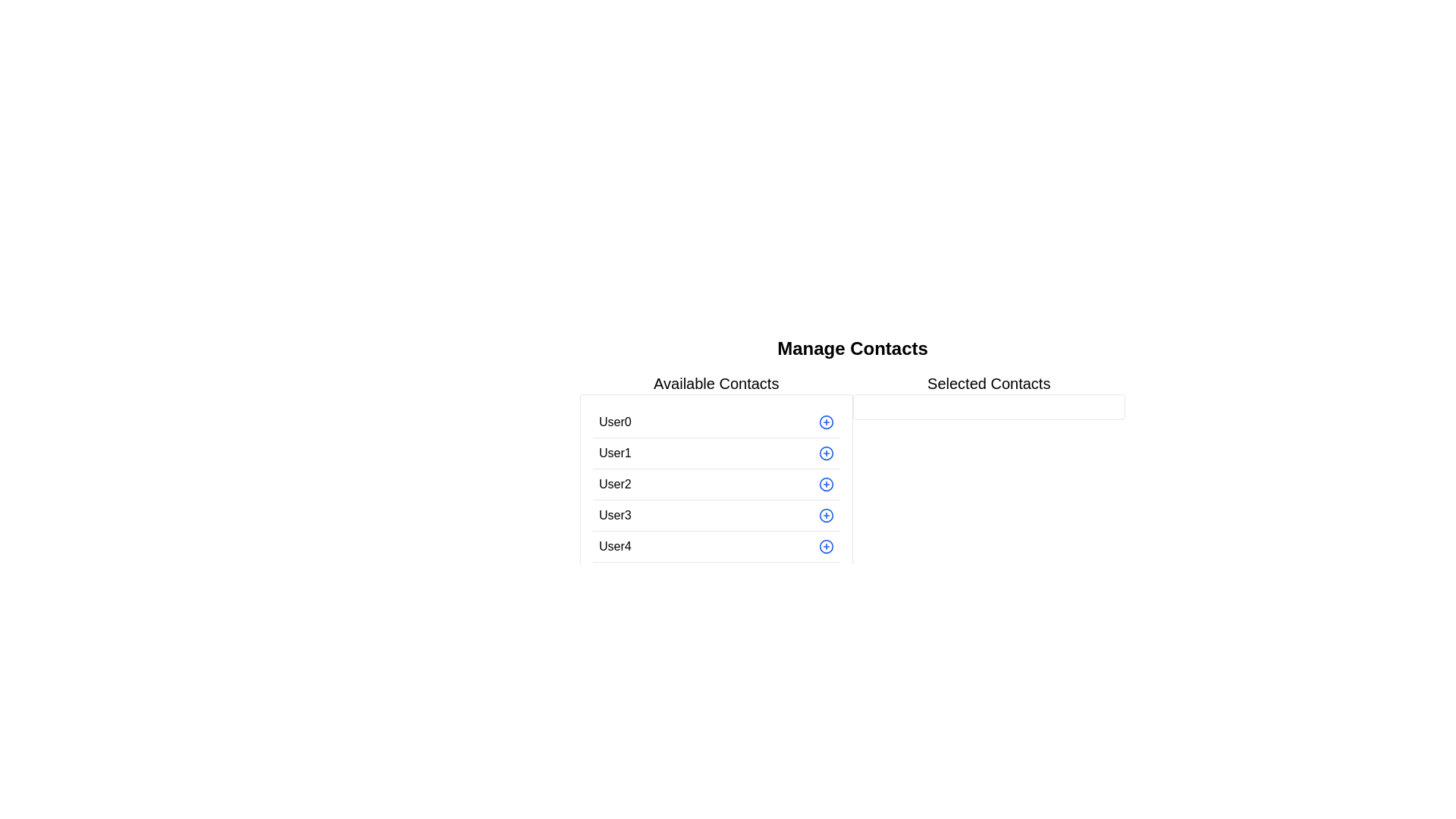  What do you see at coordinates (825, 547) in the screenshot?
I see `the interactive button located in the last row of the list, next to the label 'User4'` at bounding box center [825, 547].